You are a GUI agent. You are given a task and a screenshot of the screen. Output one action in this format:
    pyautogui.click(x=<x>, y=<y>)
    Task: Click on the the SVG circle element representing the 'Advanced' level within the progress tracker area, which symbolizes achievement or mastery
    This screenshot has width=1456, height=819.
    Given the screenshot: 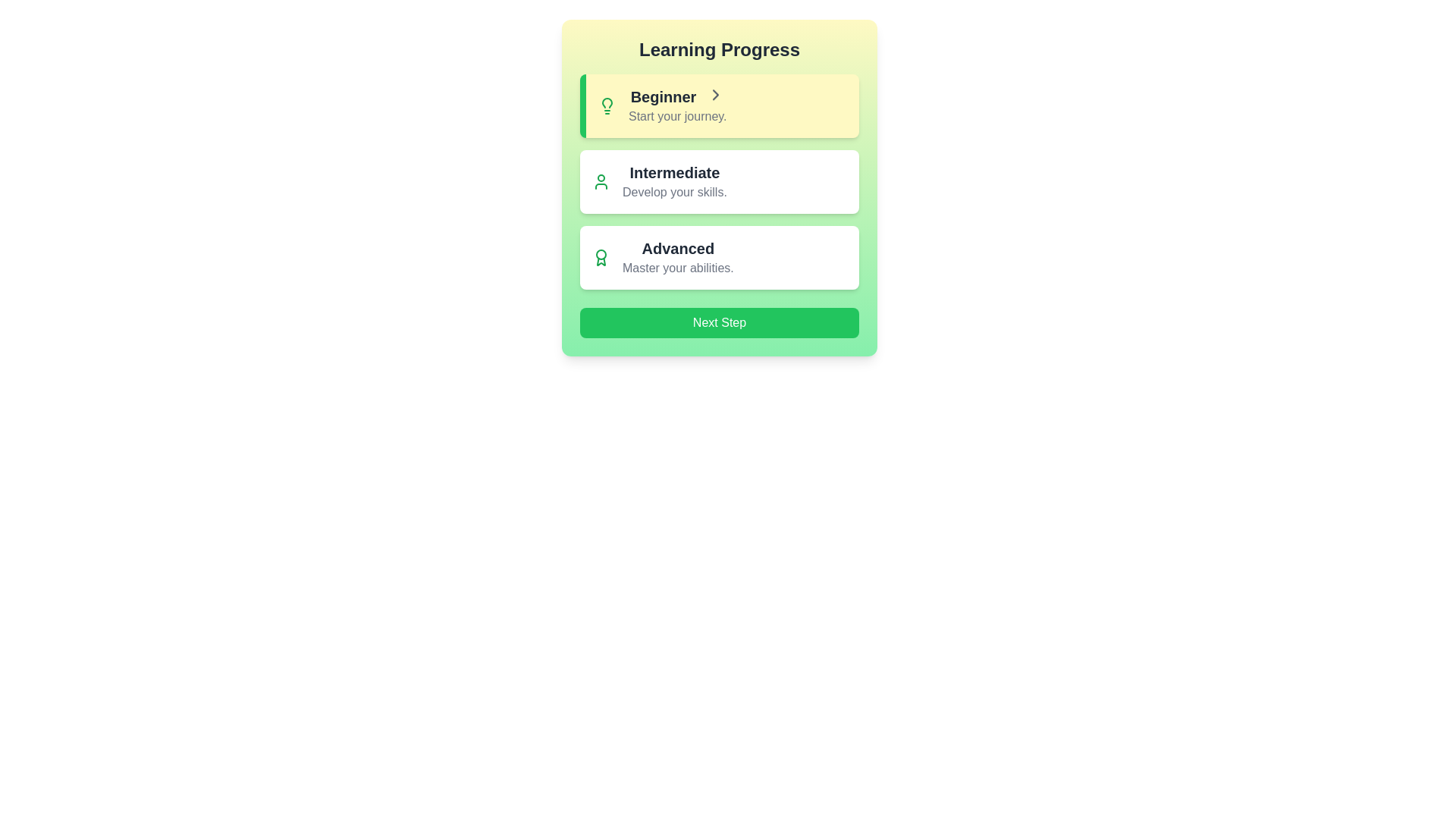 What is the action you would take?
    pyautogui.click(x=600, y=253)
    